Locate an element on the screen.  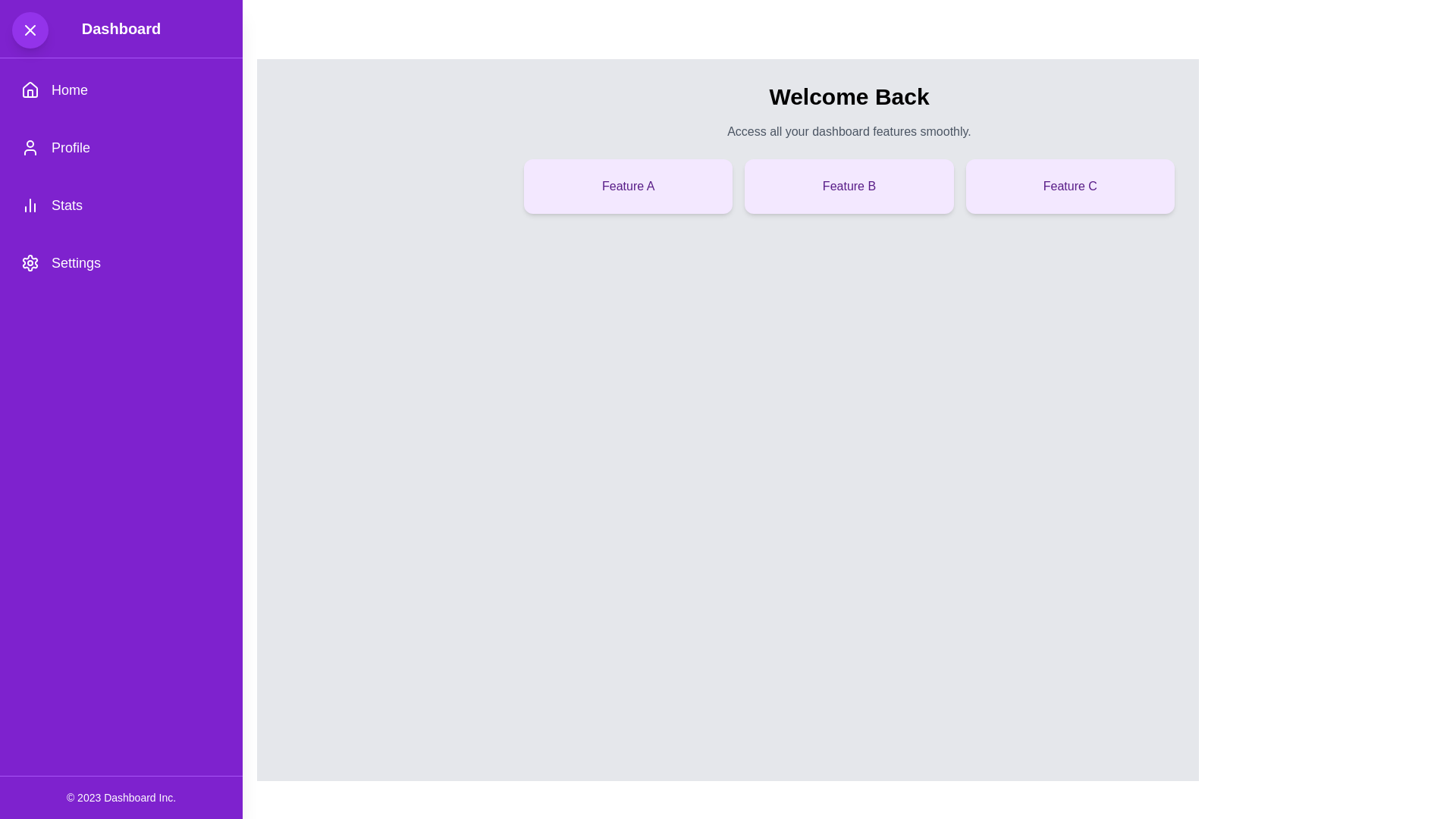
the 'Home' icon in the left sidebar navigation menu is located at coordinates (30, 90).